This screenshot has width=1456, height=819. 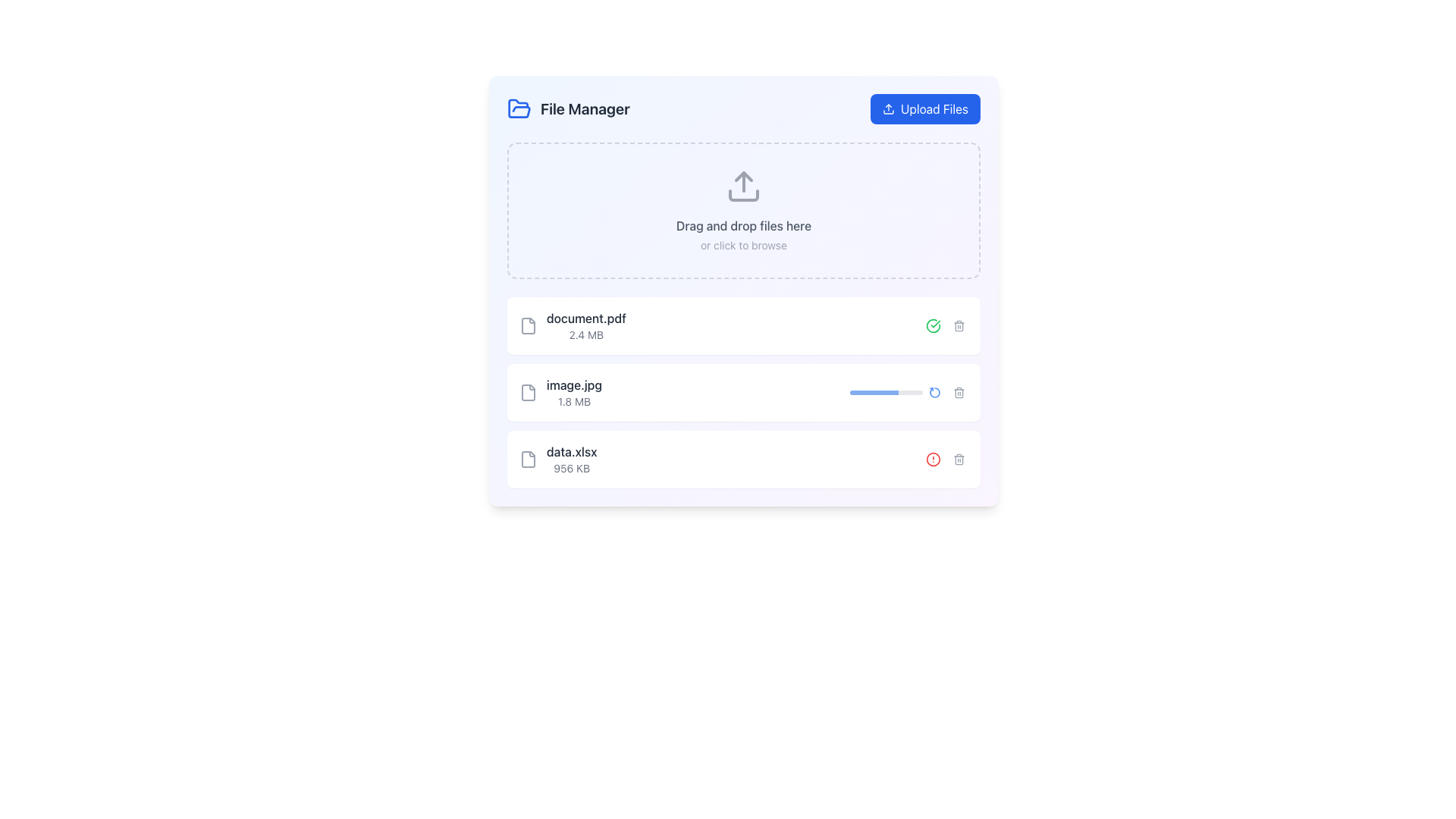 I want to click on the static text label displaying the name of a file in the first row of the file manager interface, so click(x=585, y=318).